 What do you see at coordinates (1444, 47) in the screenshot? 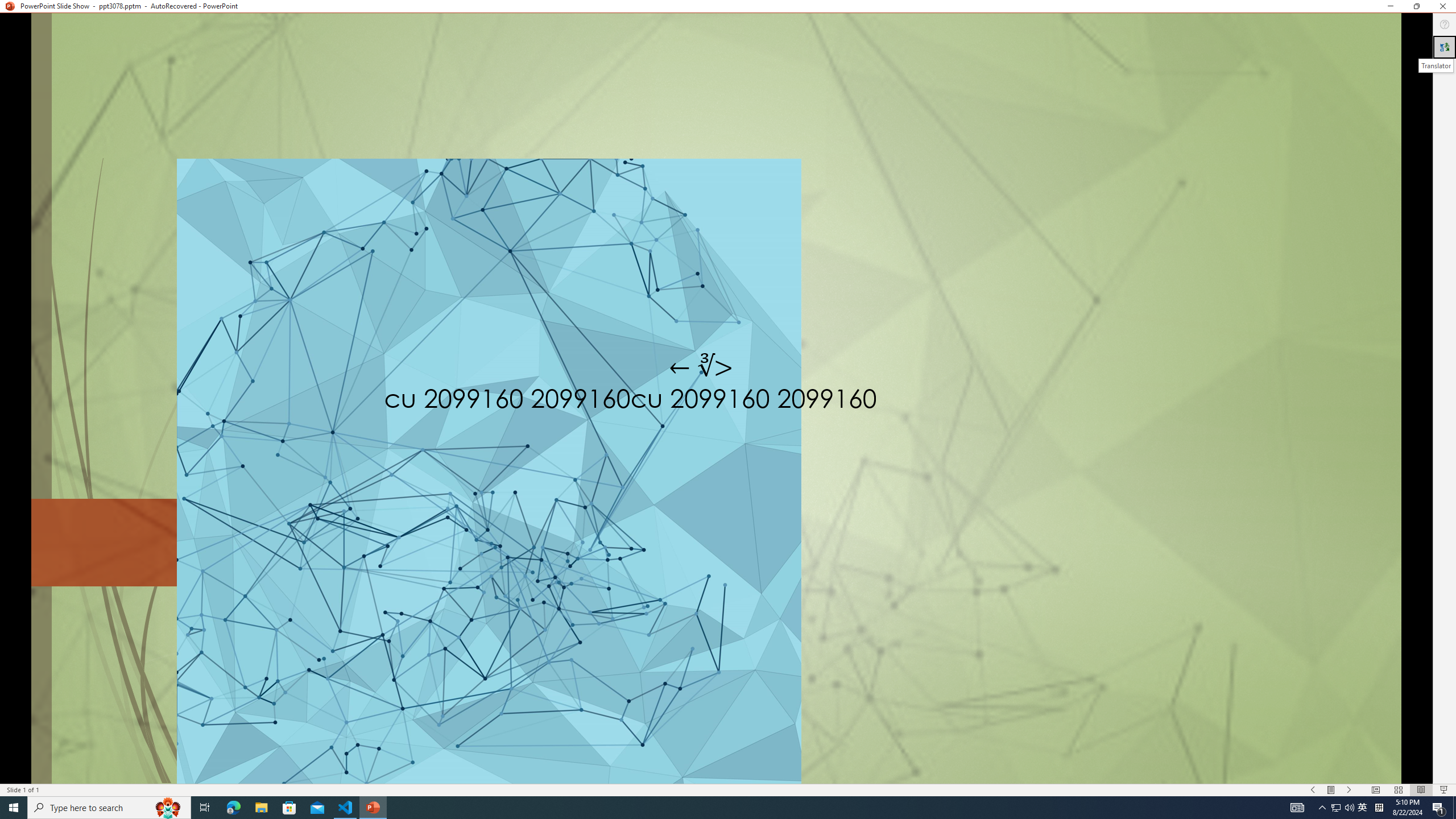
I see `'Translator'` at bounding box center [1444, 47].